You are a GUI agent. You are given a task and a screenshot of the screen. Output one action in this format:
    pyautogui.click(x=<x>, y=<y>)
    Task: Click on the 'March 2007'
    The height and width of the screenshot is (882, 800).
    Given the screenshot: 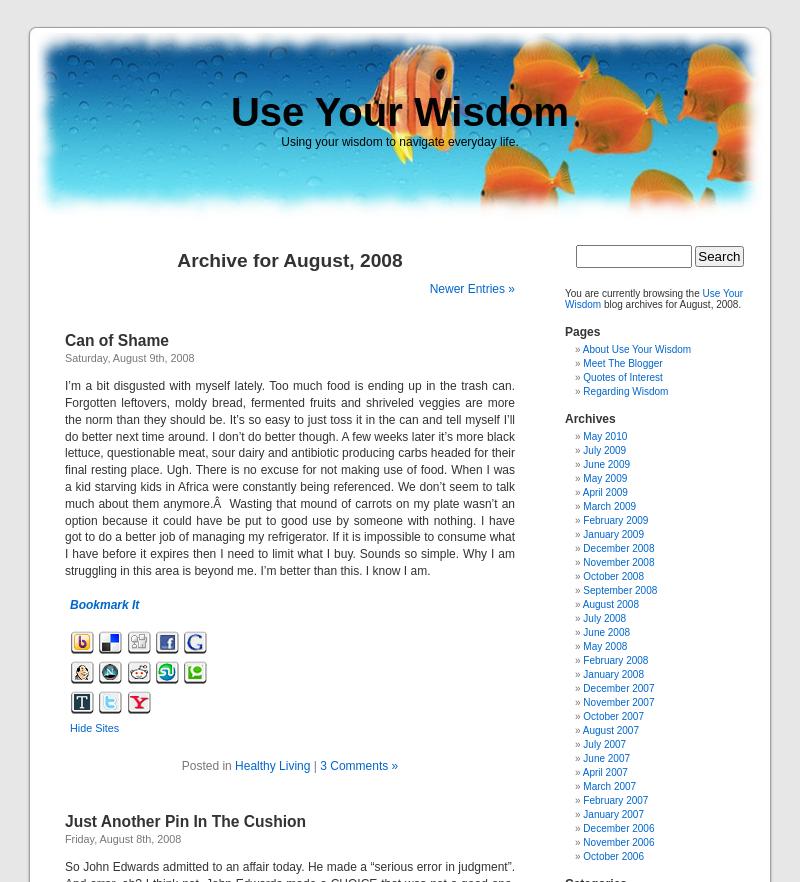 What is the action you would take?
    pyautogui.click(x=609, y=786)
    